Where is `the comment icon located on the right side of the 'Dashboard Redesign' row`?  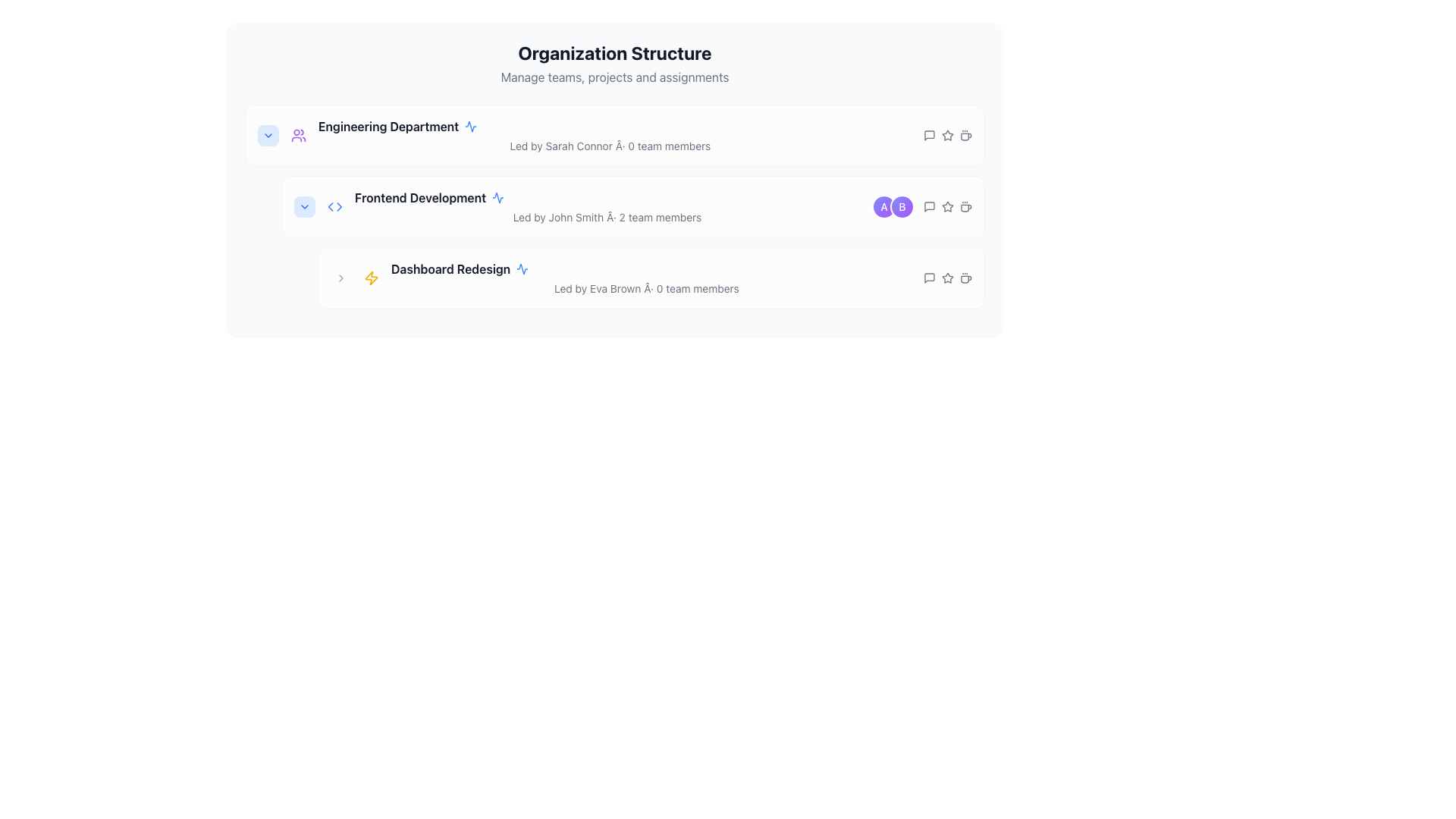 the comment icon located on the right side of the 'Dashboard Redesign' row is located at coordinates (928, 278).